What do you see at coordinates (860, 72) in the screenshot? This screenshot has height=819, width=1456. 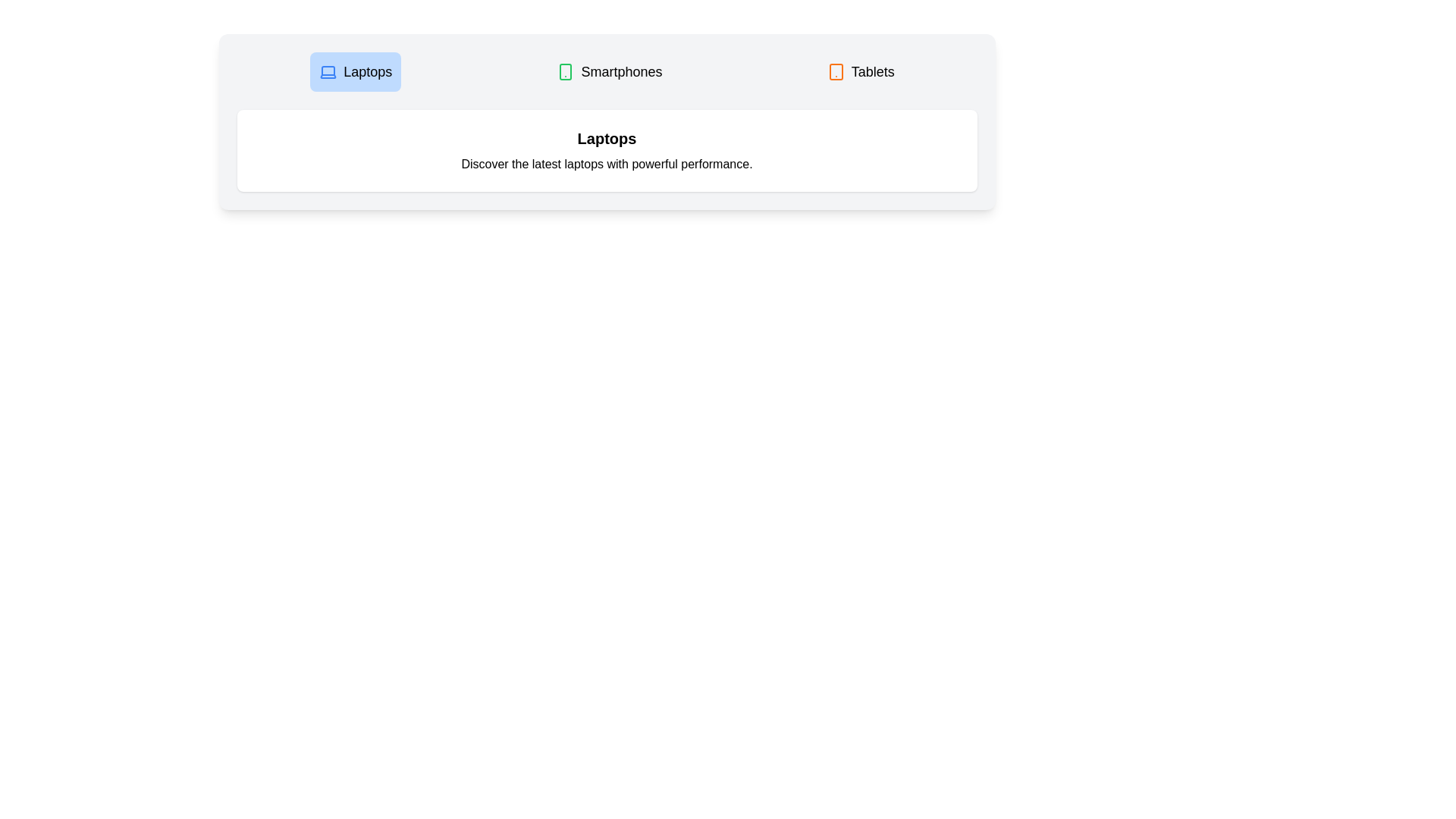 I see `the button labeled Tablets to observe its visual feedback` at bounding box center [860, 72].